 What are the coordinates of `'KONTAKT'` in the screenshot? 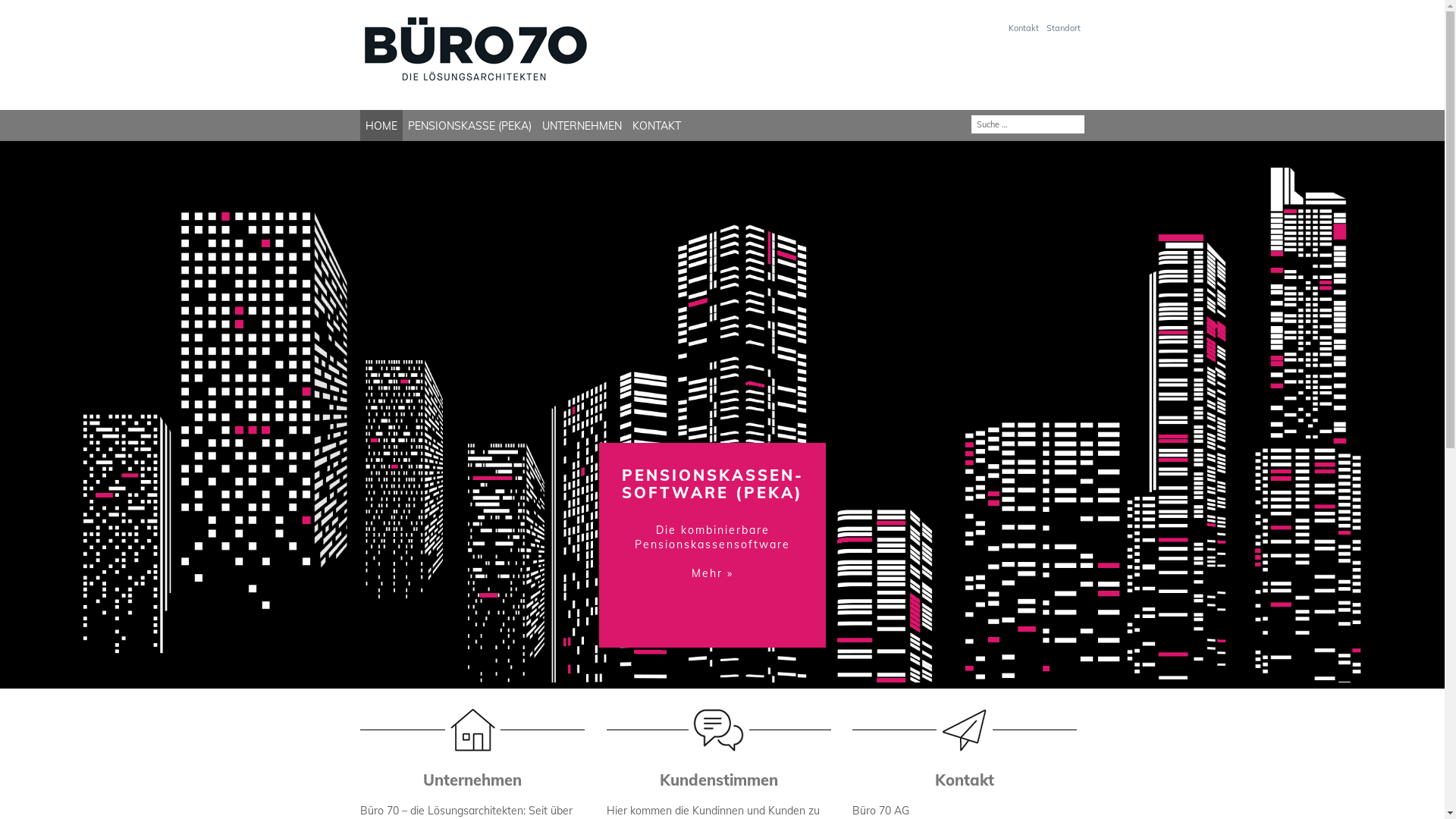 It's located at (656, 124).